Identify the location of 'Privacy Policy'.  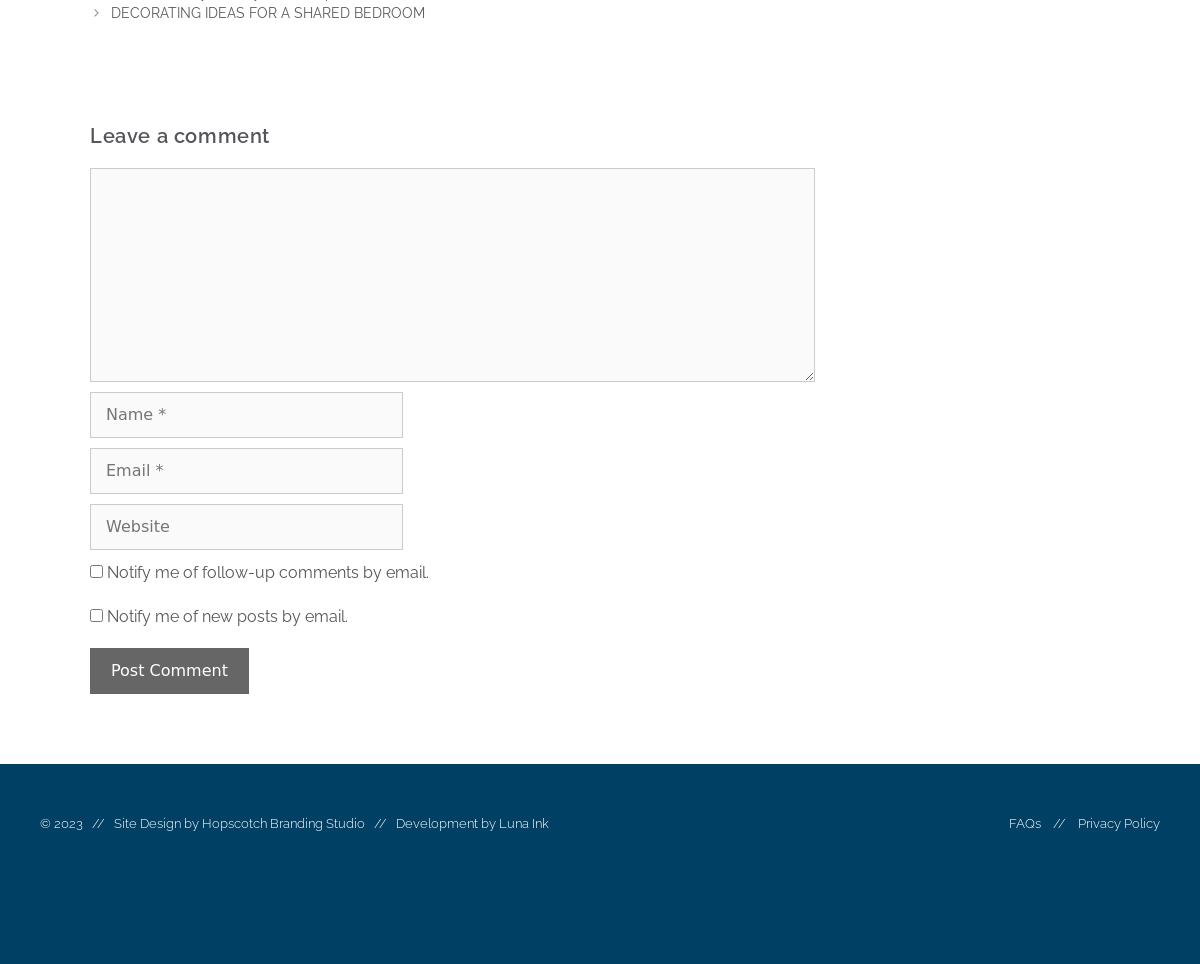
(1117, 822).